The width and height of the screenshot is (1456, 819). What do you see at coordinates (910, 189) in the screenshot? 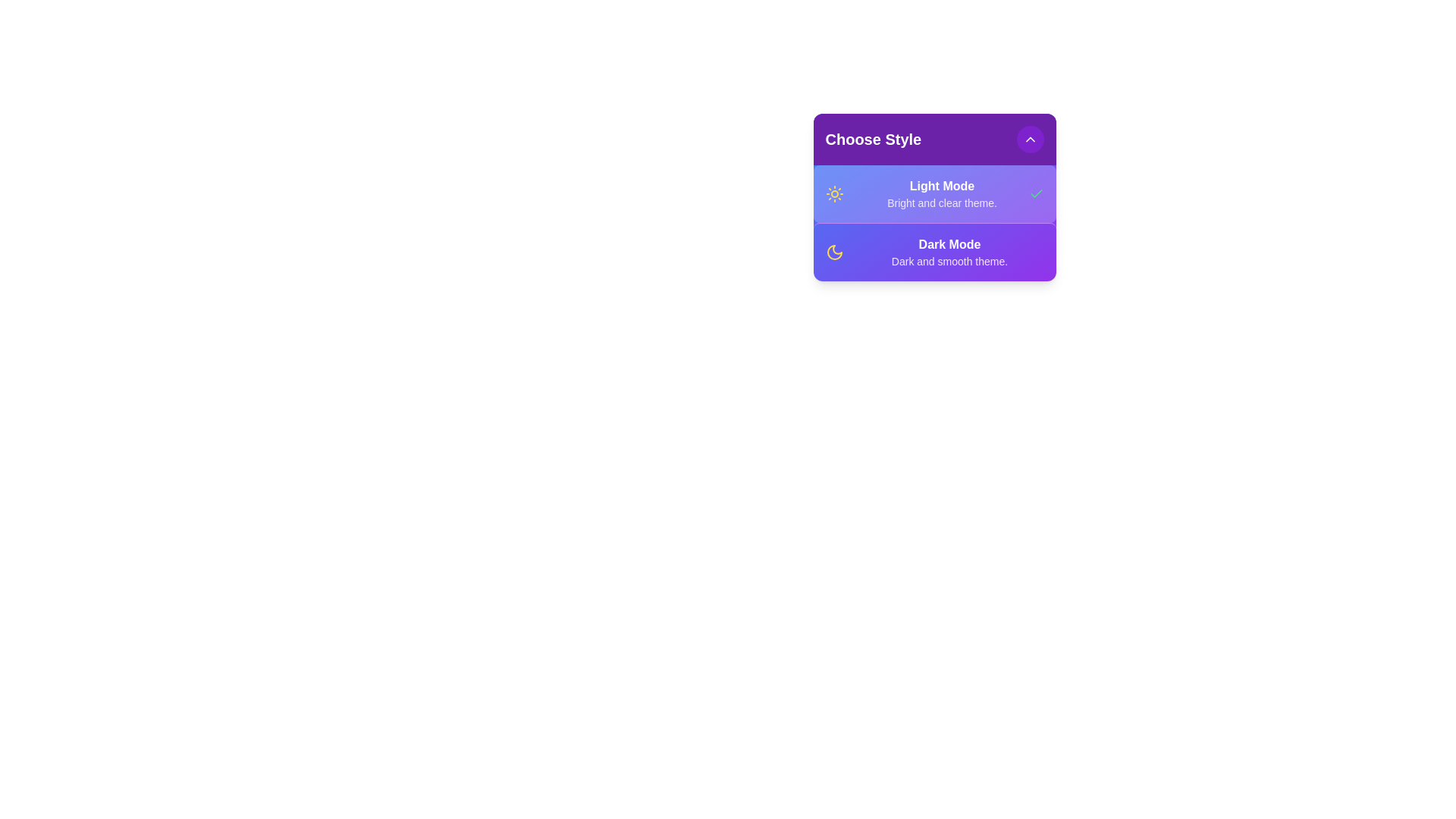
I see `the style option Light Mode from the list` at bounding box center [910, 189].